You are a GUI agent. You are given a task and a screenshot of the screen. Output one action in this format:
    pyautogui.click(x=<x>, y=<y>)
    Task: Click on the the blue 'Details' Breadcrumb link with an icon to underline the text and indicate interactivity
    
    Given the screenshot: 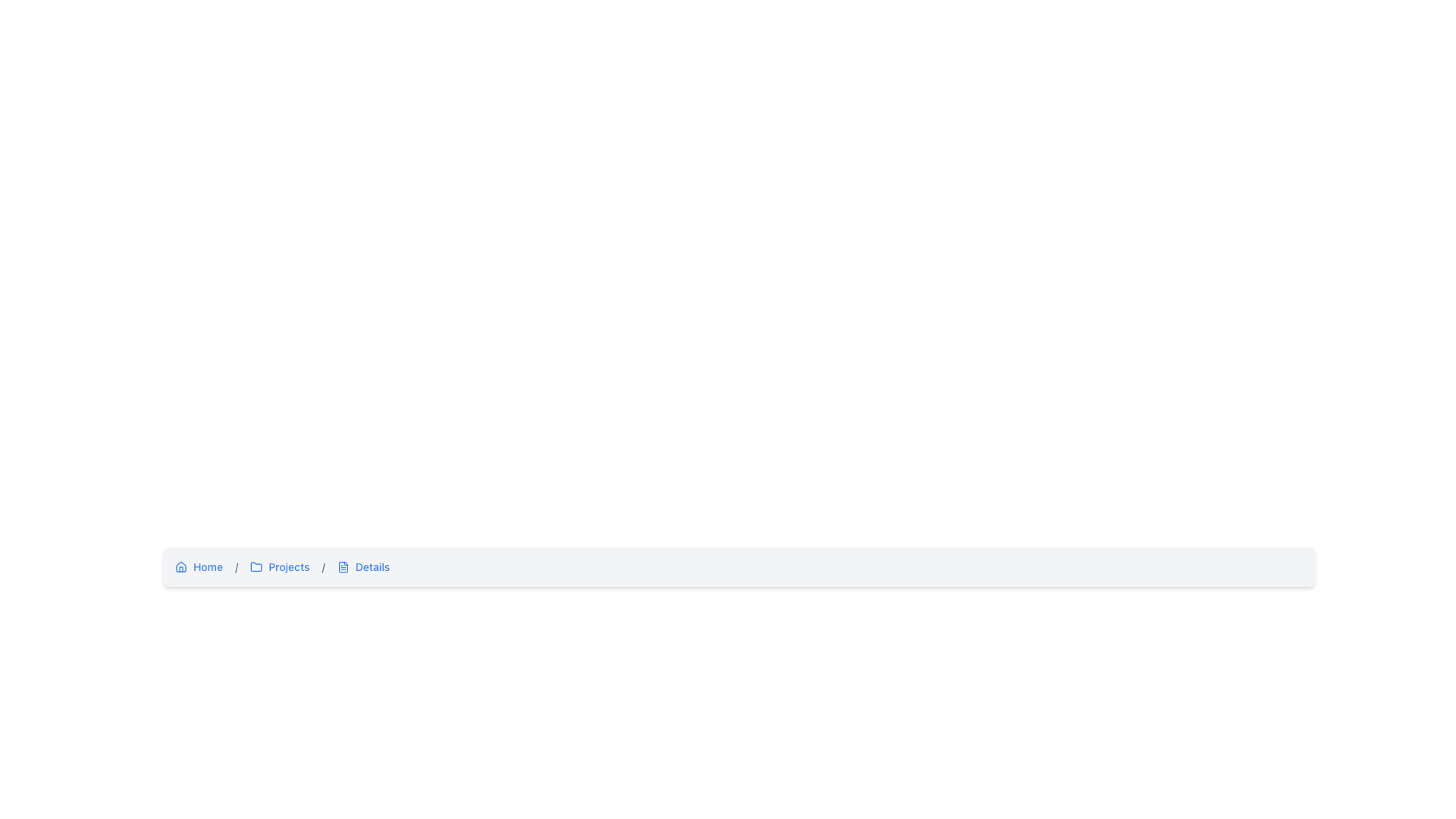 What is the action you would take?
    pyautogui.click(x=362, y=567)
    